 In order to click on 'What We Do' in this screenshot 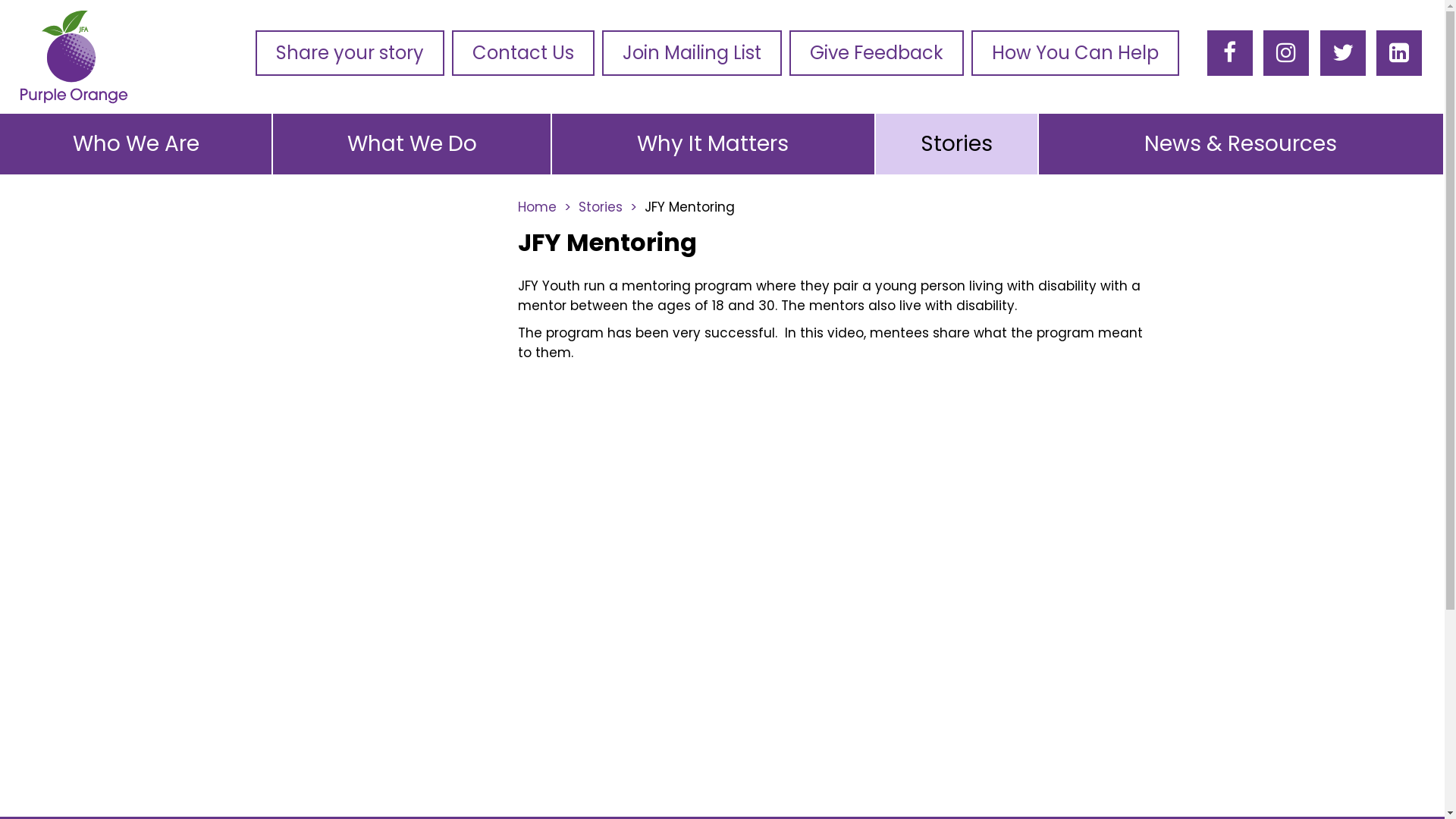, I will do `click(411, 143)`.